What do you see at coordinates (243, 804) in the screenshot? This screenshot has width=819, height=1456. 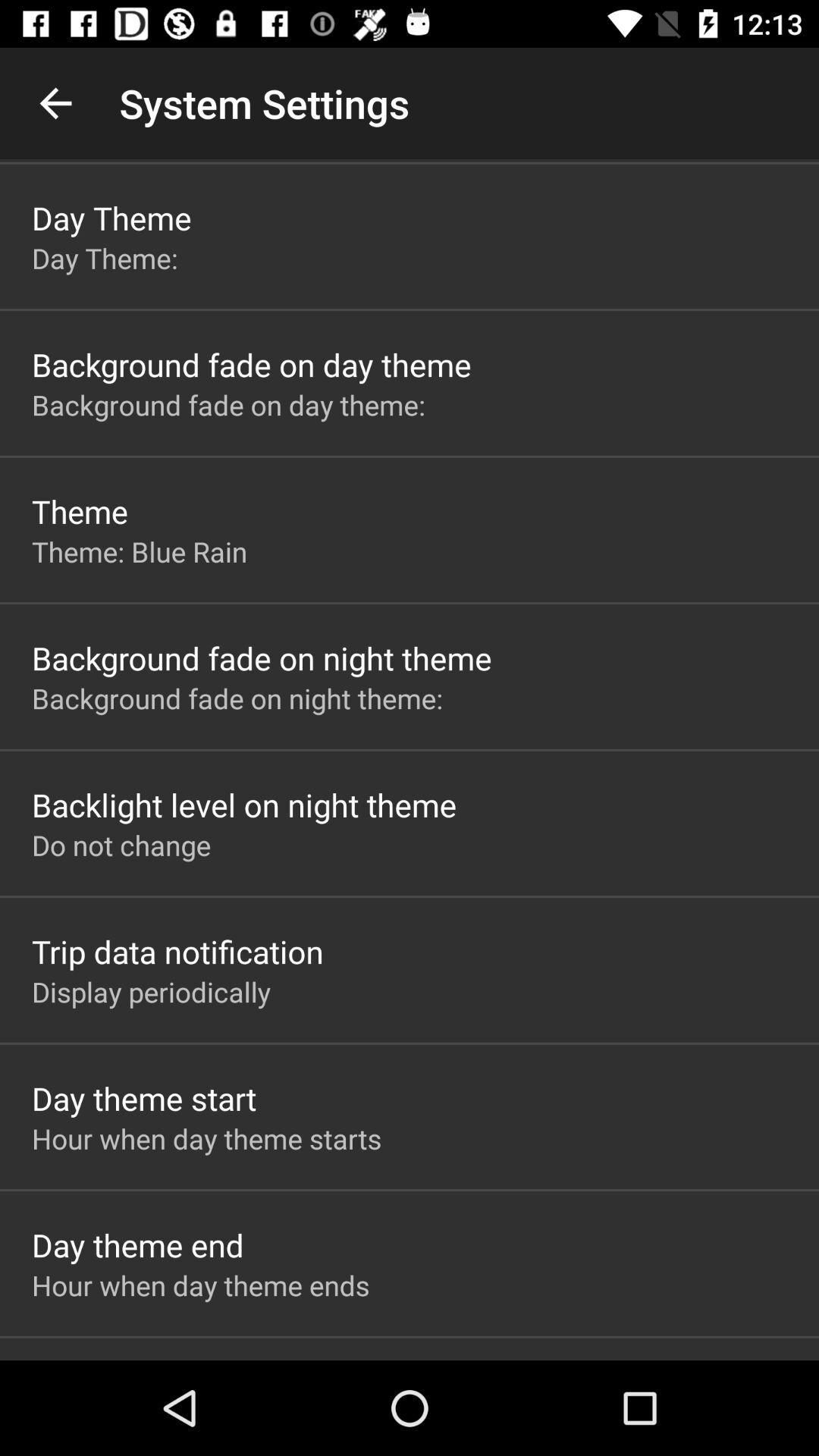 I see `the backlight level on icon` at bounding box center [243, 804].